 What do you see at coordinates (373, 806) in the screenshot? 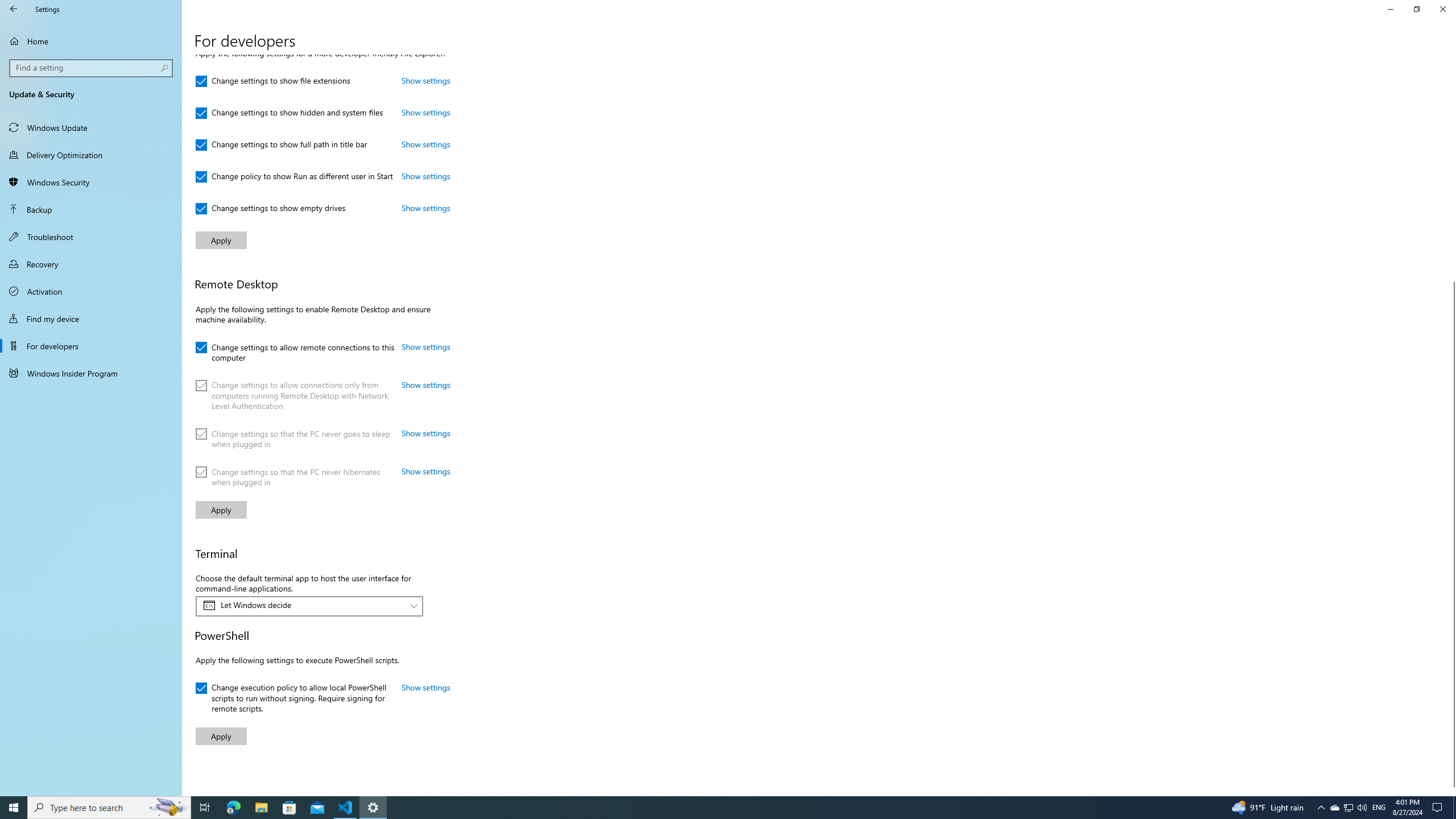
I see `'Settings - 1 running window'` at bounding box center [373, 806].